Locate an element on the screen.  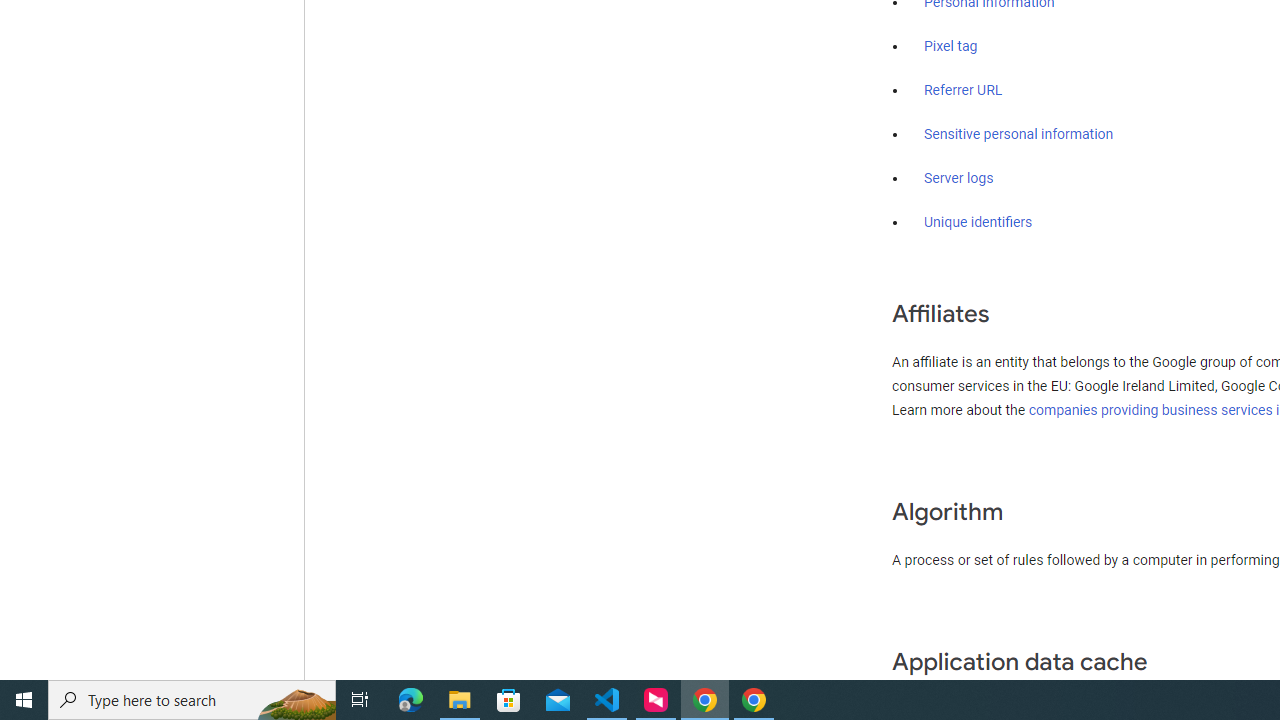
'Sensitive personal information' is located at coordinates (1018, 135).